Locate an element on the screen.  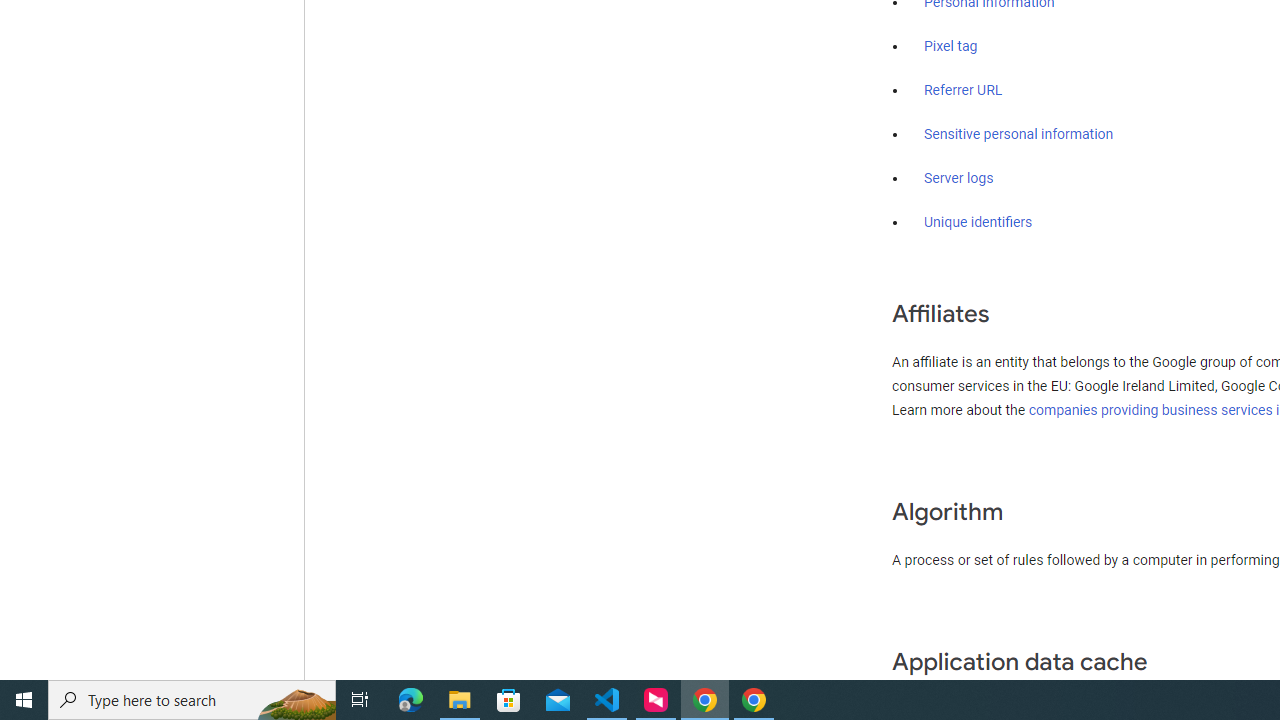
'Sensitive personal information' is located at coordinates (1018, 135).